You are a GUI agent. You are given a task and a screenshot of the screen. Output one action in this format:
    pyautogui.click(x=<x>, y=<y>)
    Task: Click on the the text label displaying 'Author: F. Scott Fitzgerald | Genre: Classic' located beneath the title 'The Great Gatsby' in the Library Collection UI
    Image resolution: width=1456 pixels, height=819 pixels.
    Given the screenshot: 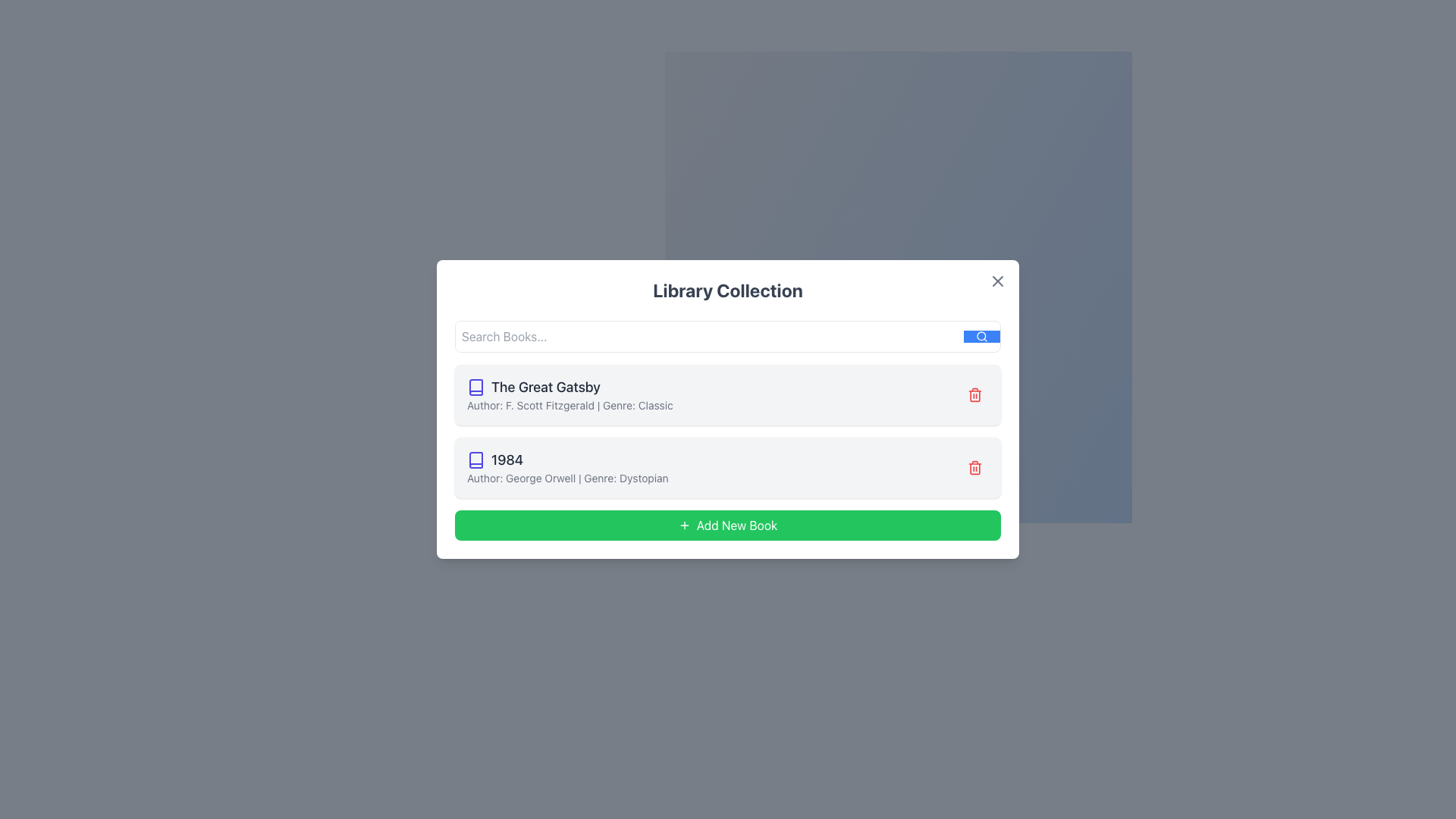 What is the action you would take?
    pyautogui.click(x=569, y=405)
    